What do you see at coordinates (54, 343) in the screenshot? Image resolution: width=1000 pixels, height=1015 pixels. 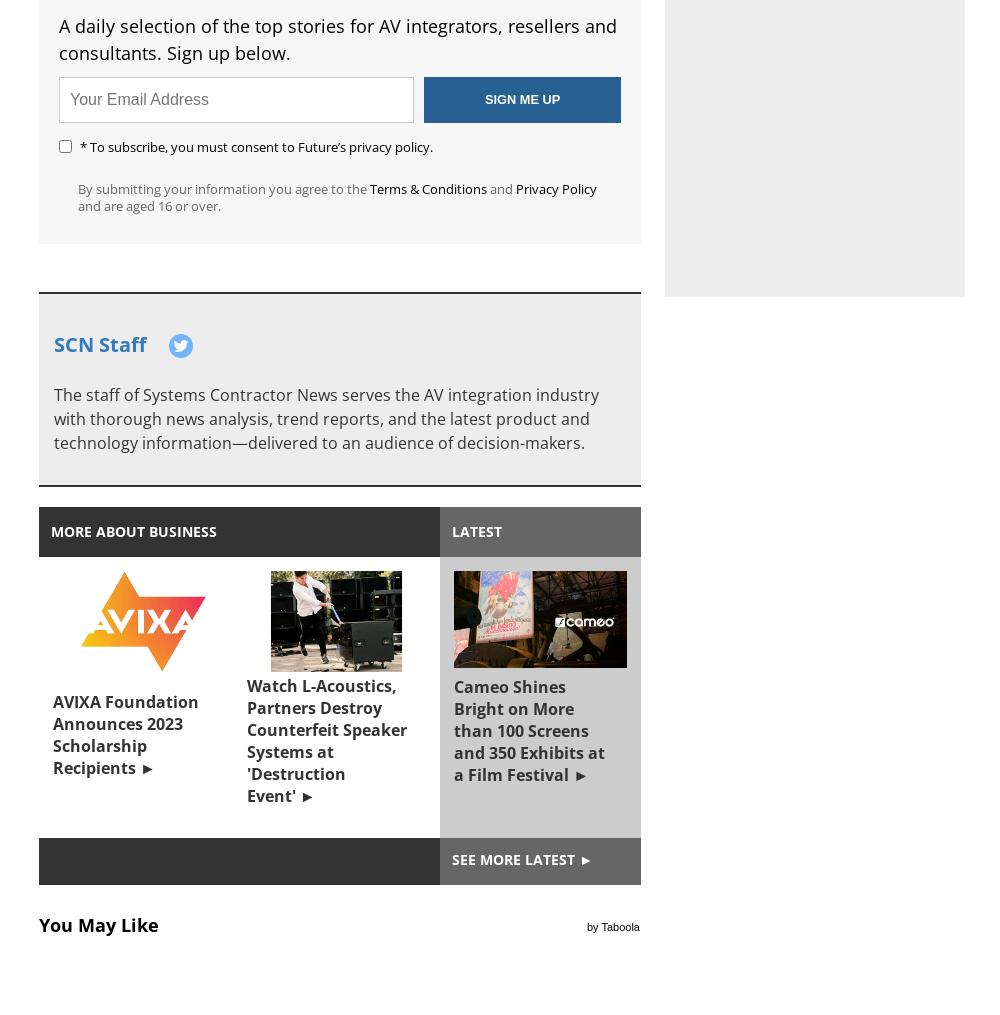 I see `'SCN Staff'` at bounding box center [54, 343].